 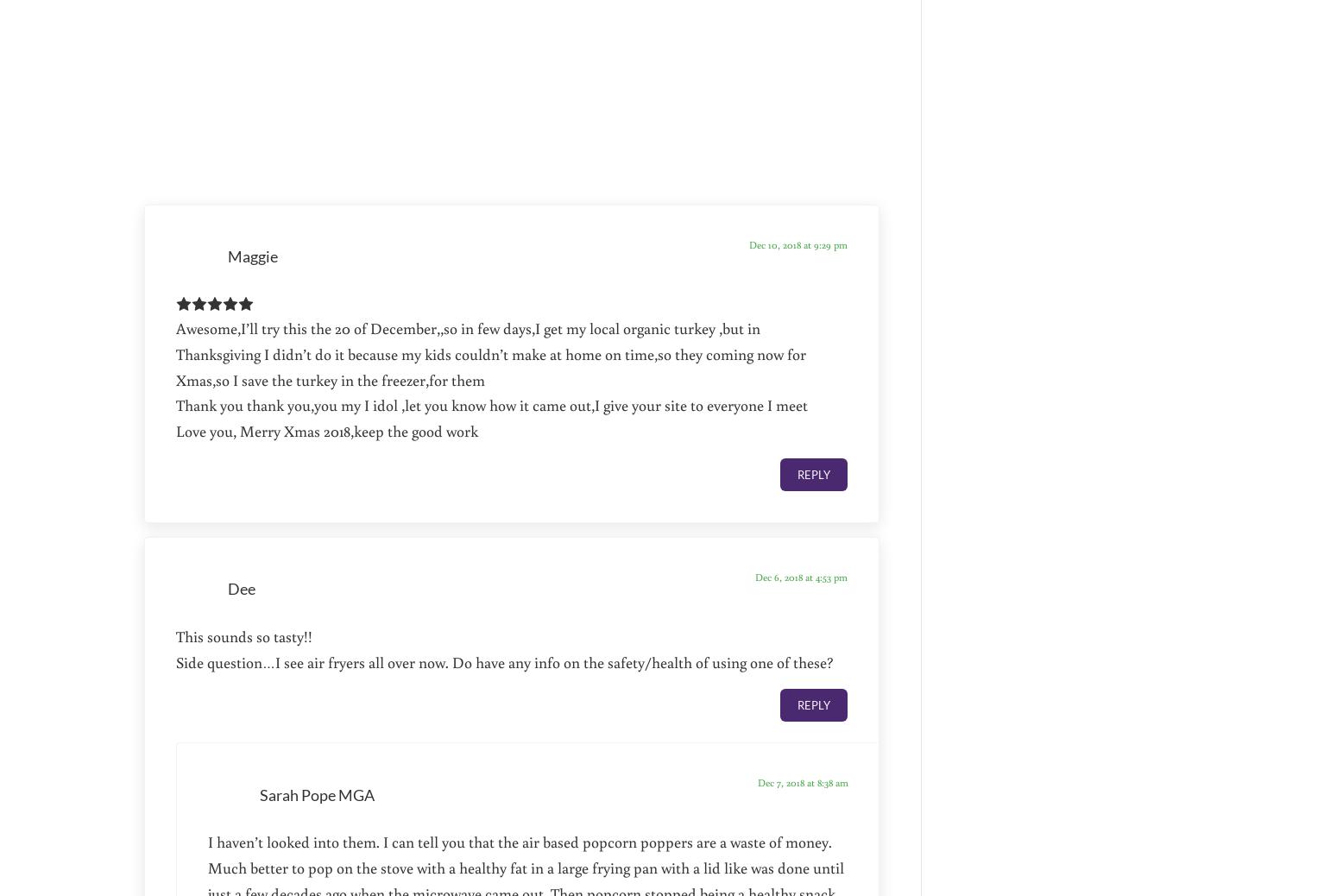 What do you see at coordinates (241, 587) in the screenshot?
I see `'Dee'` at bounding box center [241, 587].